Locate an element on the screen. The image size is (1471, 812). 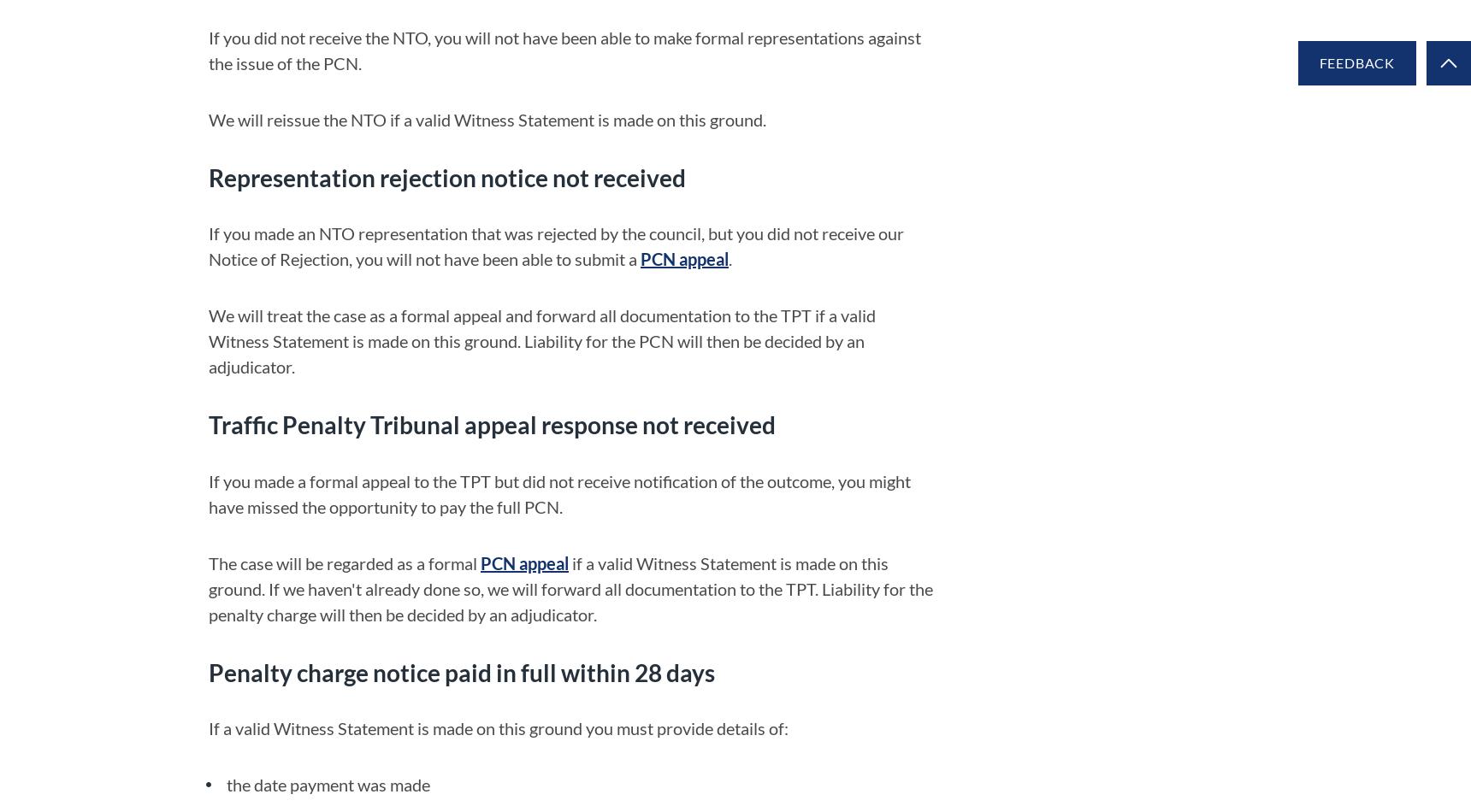
'Traffic Penalty Tribunal appeal response not received' is located at coordinates (209, 425).